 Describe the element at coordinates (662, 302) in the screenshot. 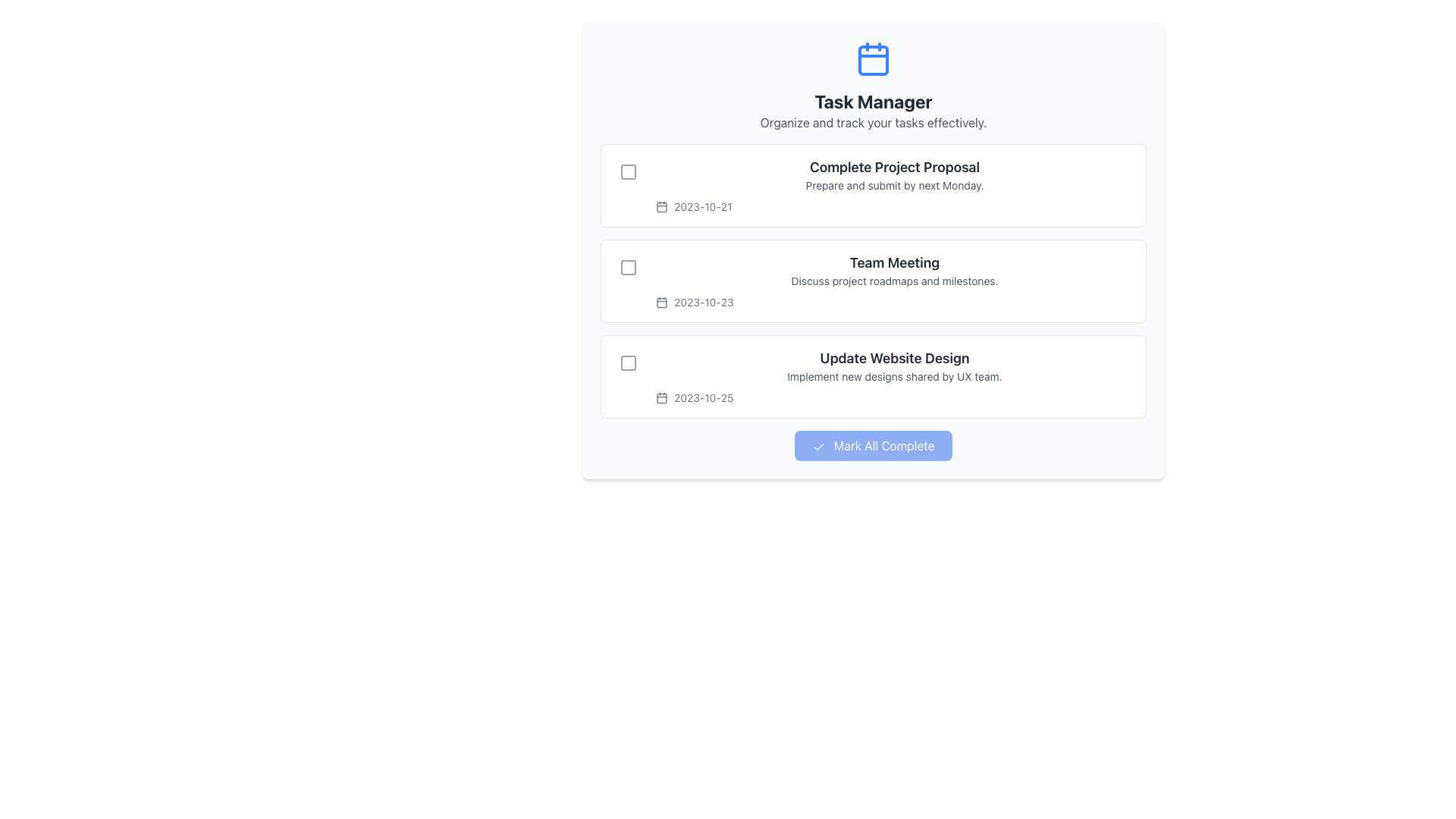

I see `the small calendar icon located in the date information section of the second task entry, which is colorless and precedes the text '2023-10-23'` at that location.